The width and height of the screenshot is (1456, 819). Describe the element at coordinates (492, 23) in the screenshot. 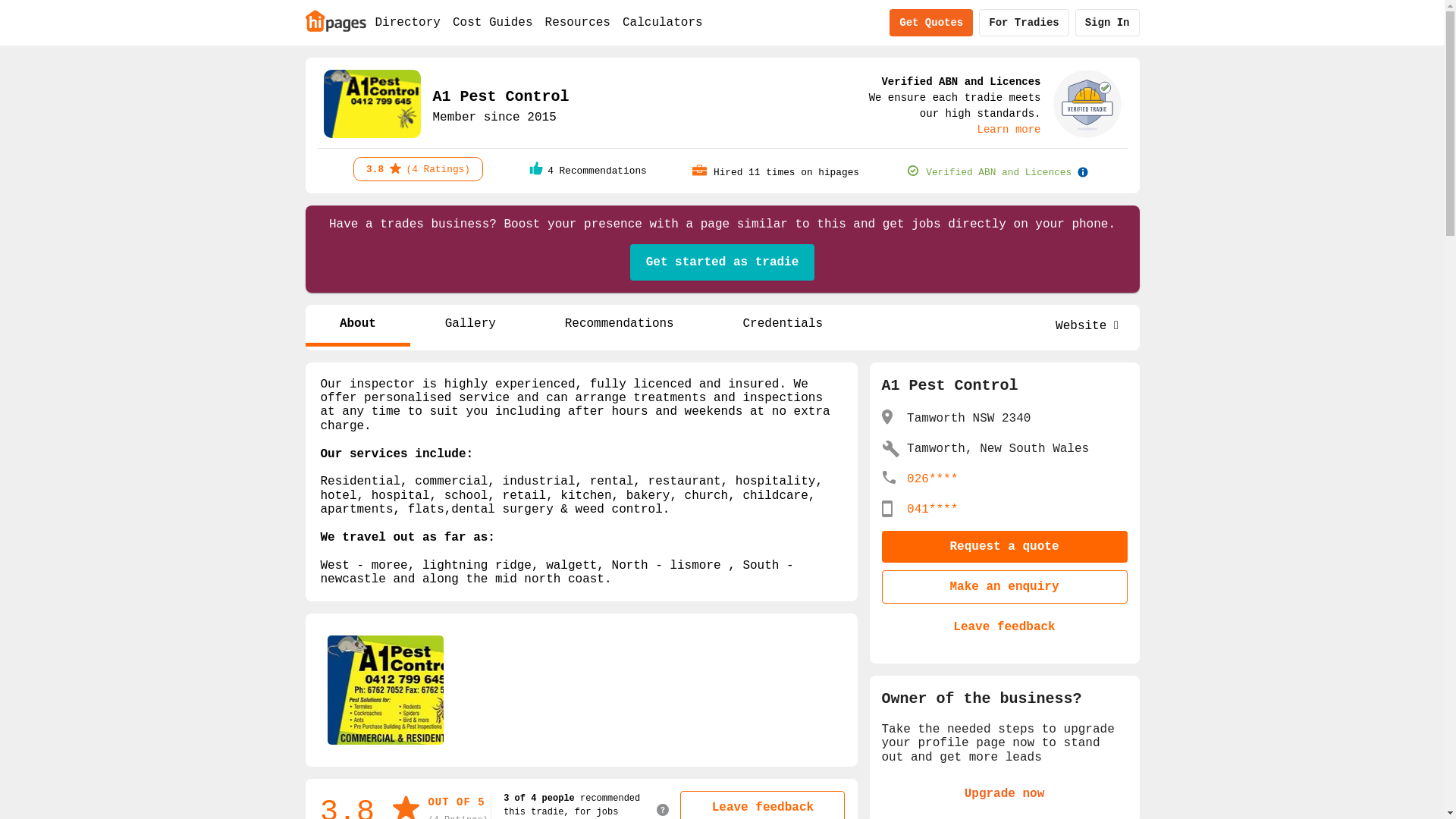

I see `'Cost Guides'` at that location.